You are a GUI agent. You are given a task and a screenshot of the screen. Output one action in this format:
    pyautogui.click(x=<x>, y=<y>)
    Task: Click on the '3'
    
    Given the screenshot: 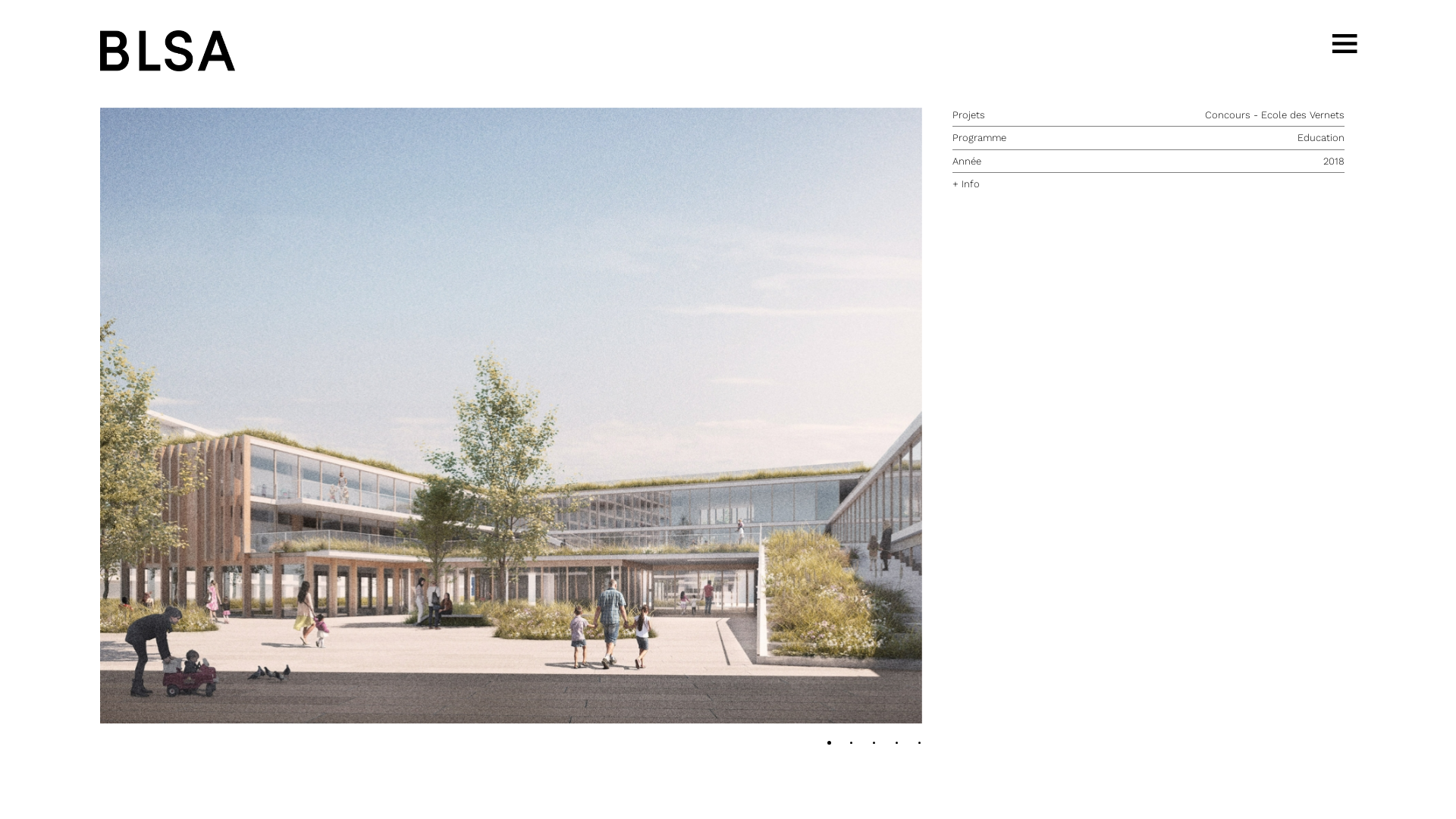 What is the action you would take?
    pyautogui.click(x=888, y=745)
    